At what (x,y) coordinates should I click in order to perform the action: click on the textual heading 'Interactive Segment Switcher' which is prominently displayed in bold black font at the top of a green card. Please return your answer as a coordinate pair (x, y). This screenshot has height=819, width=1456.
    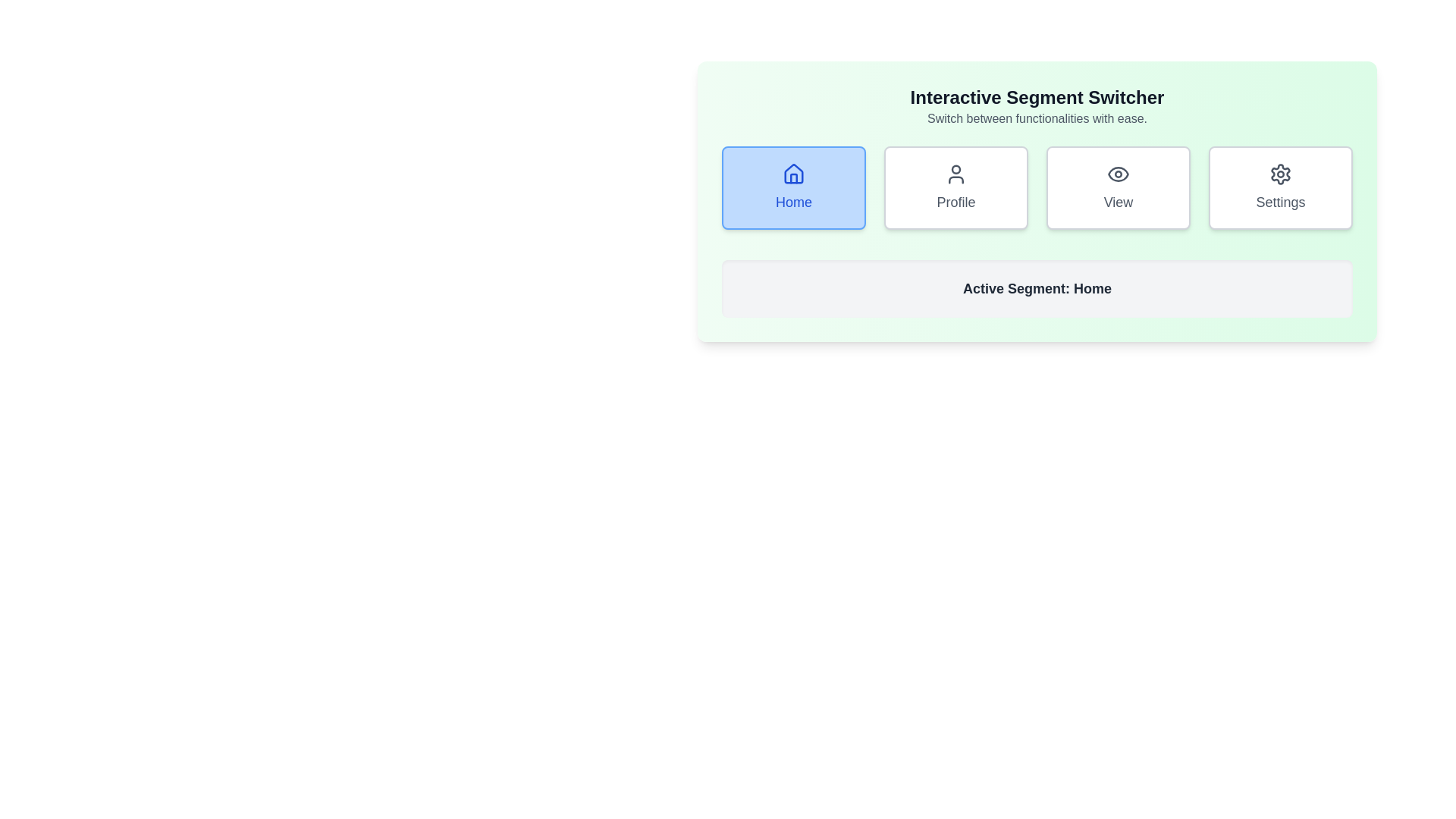
    Looking at the image, I should click on (1037, 106).